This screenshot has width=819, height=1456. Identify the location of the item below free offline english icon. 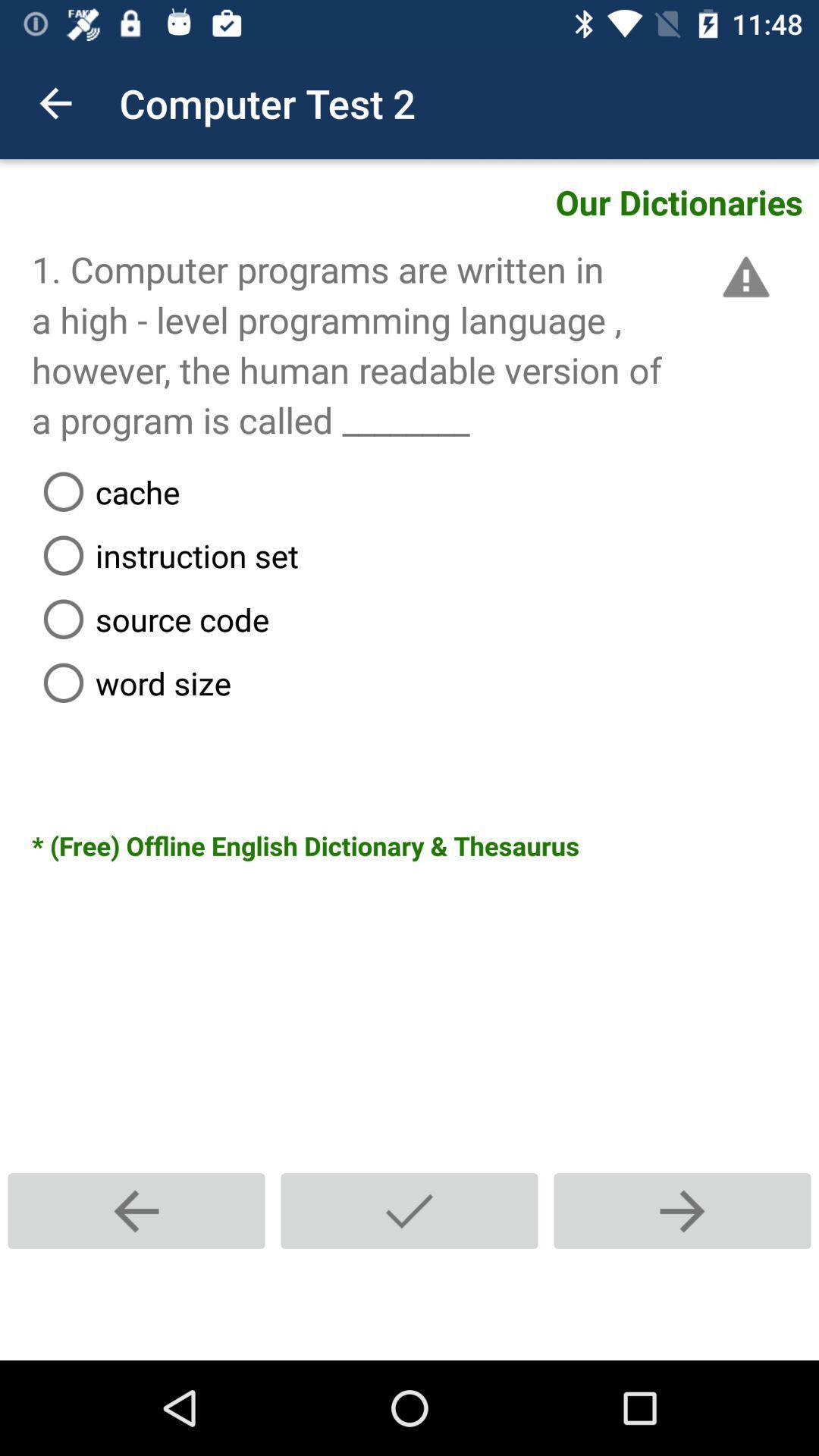
(136, 1210).